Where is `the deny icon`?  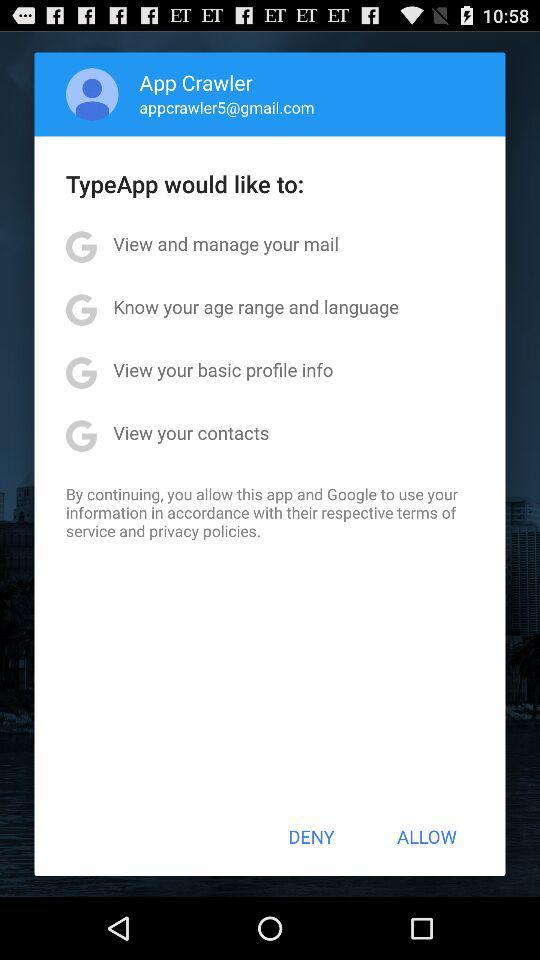
the deny icon is located at coordinates (311, 836).